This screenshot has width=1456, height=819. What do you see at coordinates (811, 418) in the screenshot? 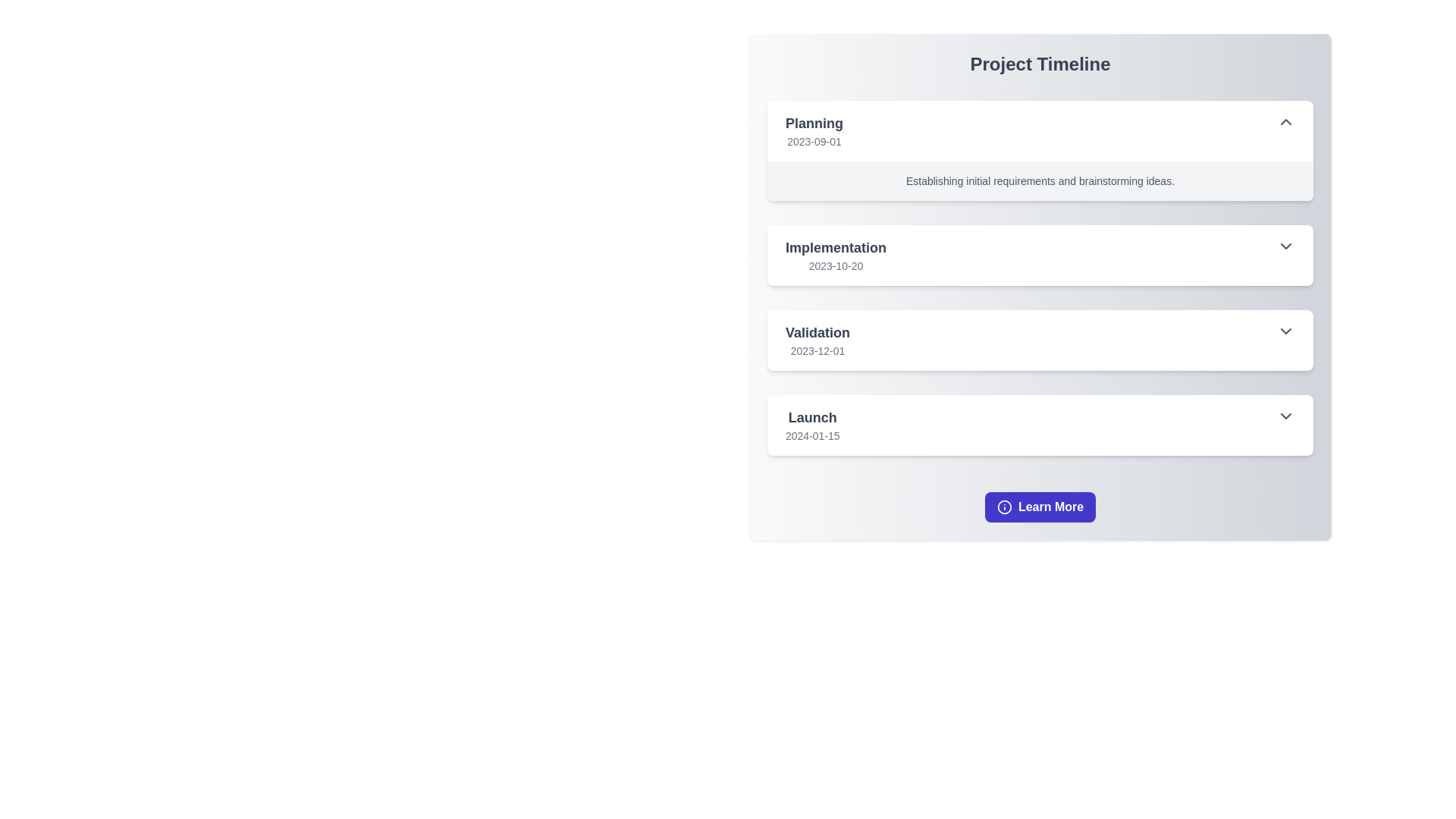
I see `the 'Launch' text label, which is styled in bold and dark gray, located at the bottom of the vertical timeline` at bounding box center [811, 418].